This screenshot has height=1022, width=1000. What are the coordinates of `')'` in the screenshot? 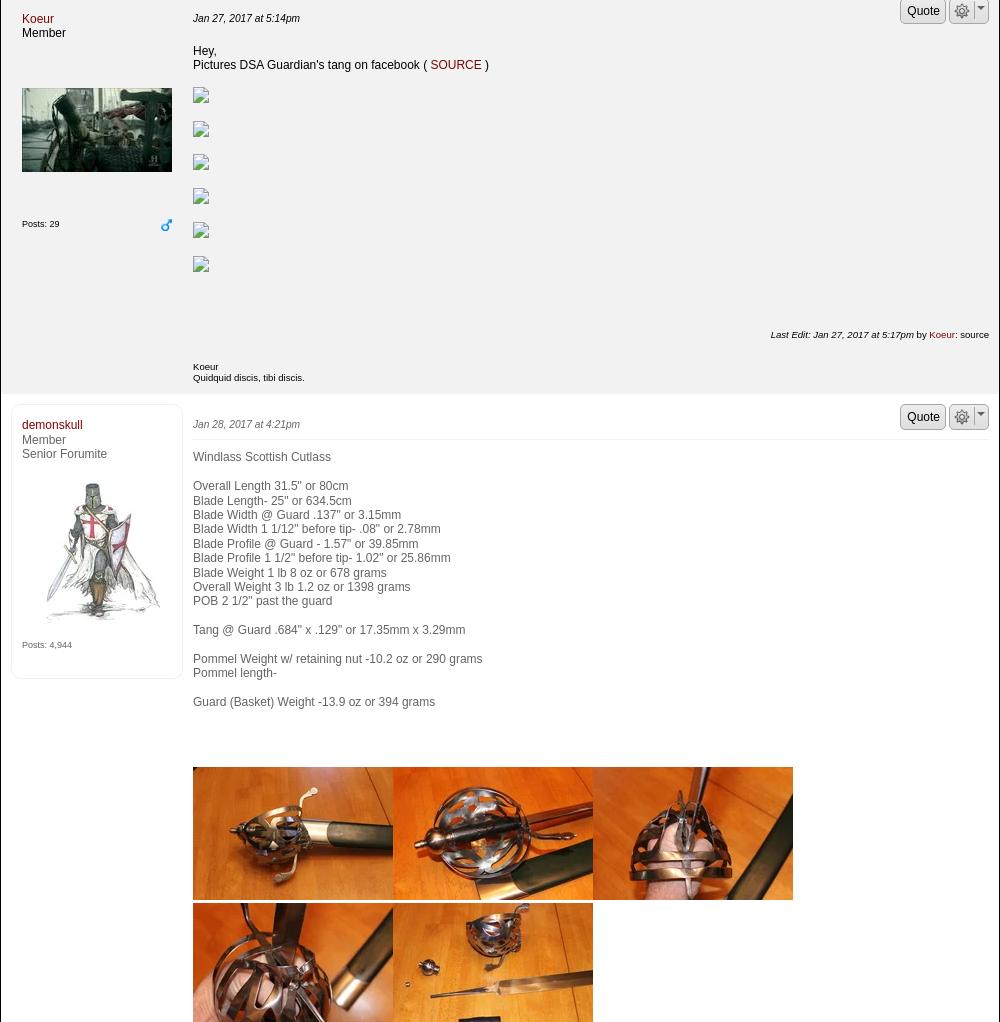 It's located at (484, 64).